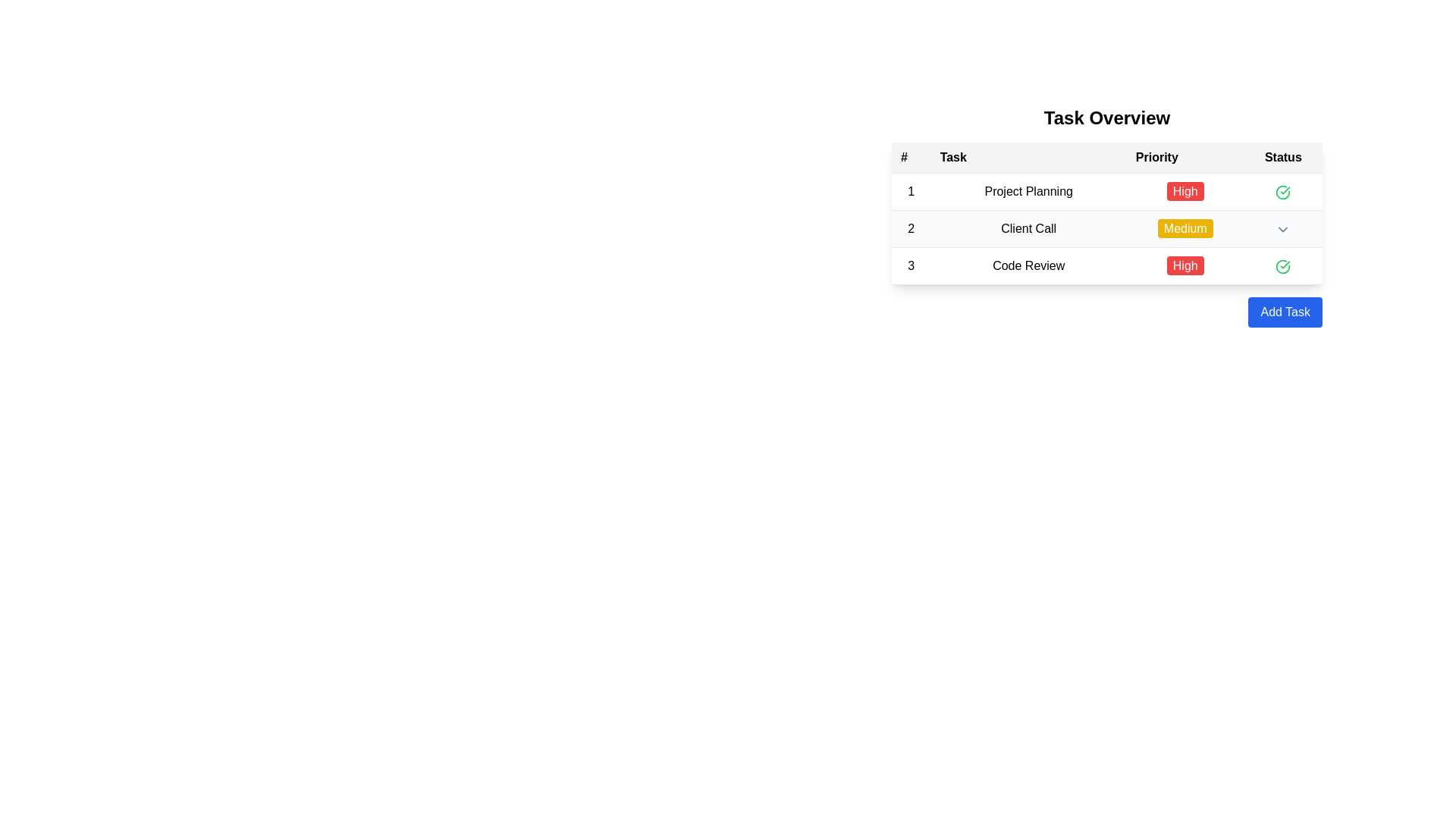 The width and height of the screenshot is (1456, 819). What do you see at coordinates (1282, 158) in the screenshot?
I see `the 'Status' text label, which is a bold, black text header in a table layout at the far-right position among other headers ('#', 'Task', 'Priority')` at bounding box center [1282, 158].